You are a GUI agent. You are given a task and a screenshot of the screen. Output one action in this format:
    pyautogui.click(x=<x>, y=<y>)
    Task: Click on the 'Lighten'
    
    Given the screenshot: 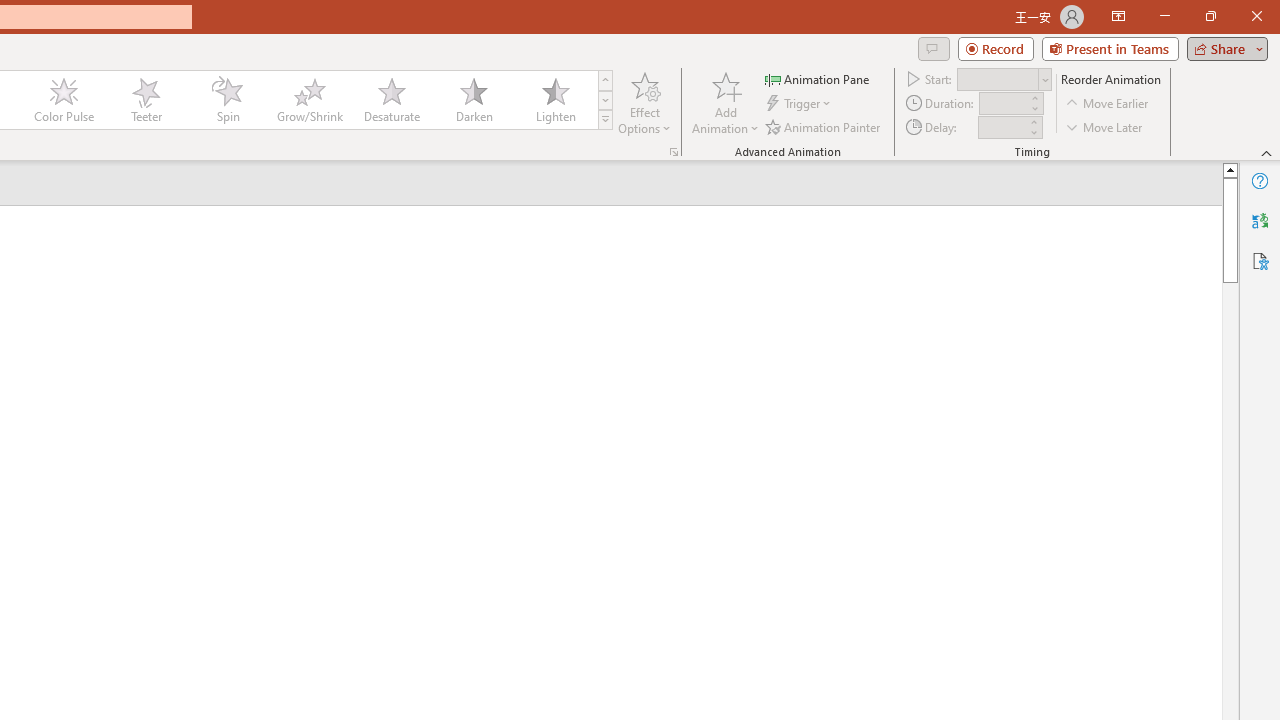 What is the action you would take?
    pyautogui.click(x=555, y=100)
    